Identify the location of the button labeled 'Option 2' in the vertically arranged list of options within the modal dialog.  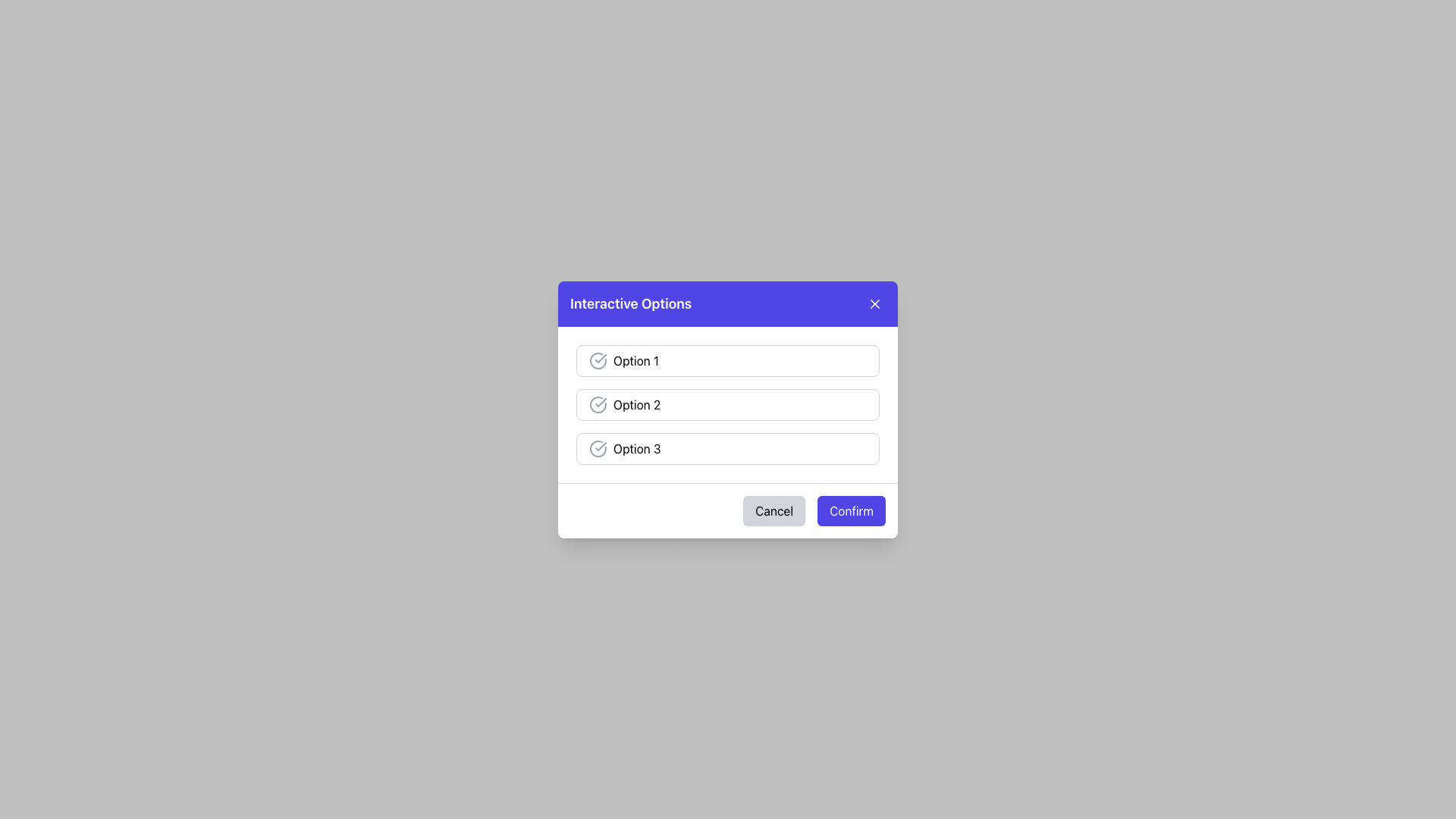
(728, 409).